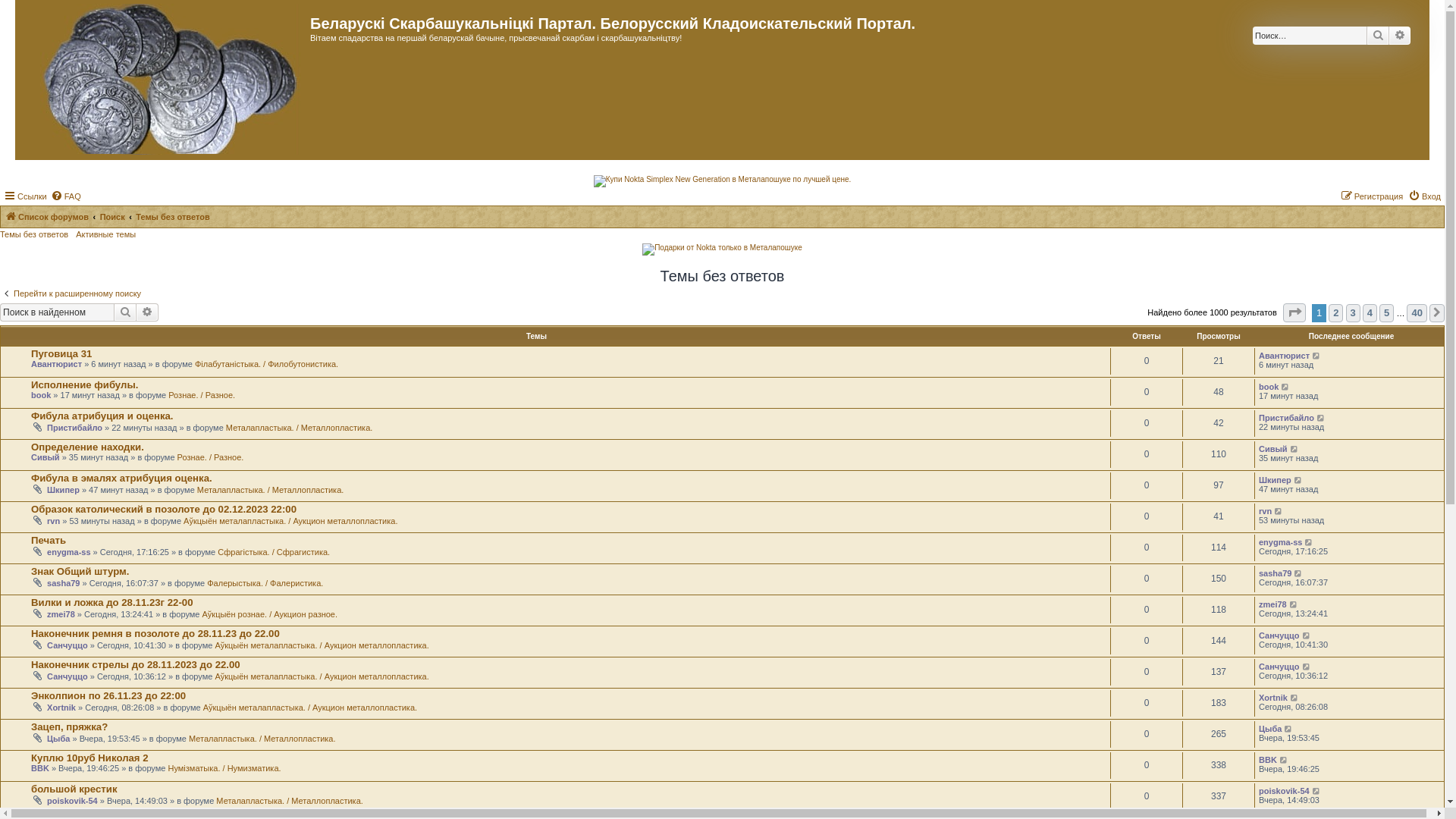 The width and height of the screenshot is (1456, 819). I want to click on '5', so click(1379, 312).